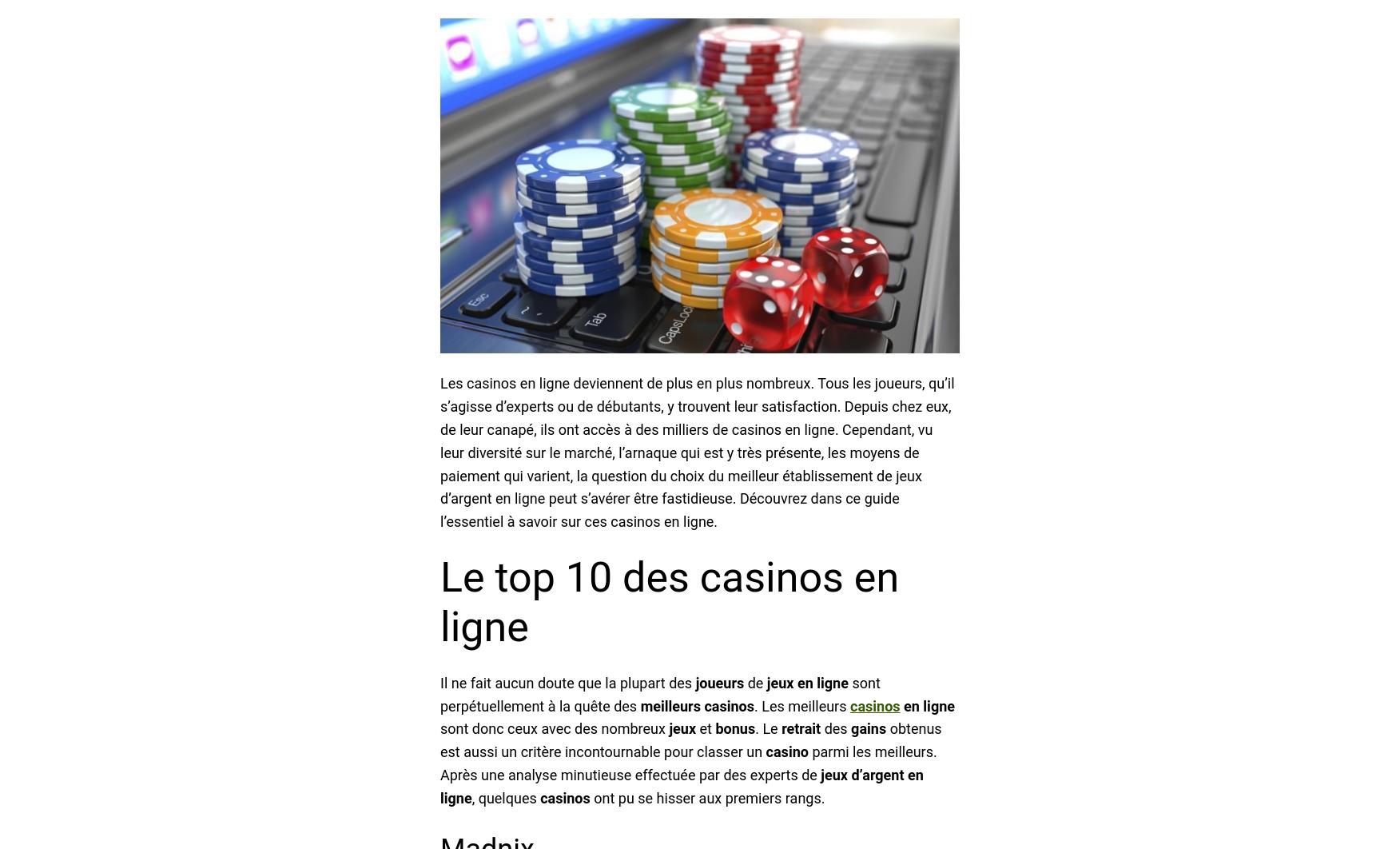 This screenshot has width=1400, height=849. Describe the element at coordinates (640, 704) in the screenshot. I see `'meilleurs'` at that location.